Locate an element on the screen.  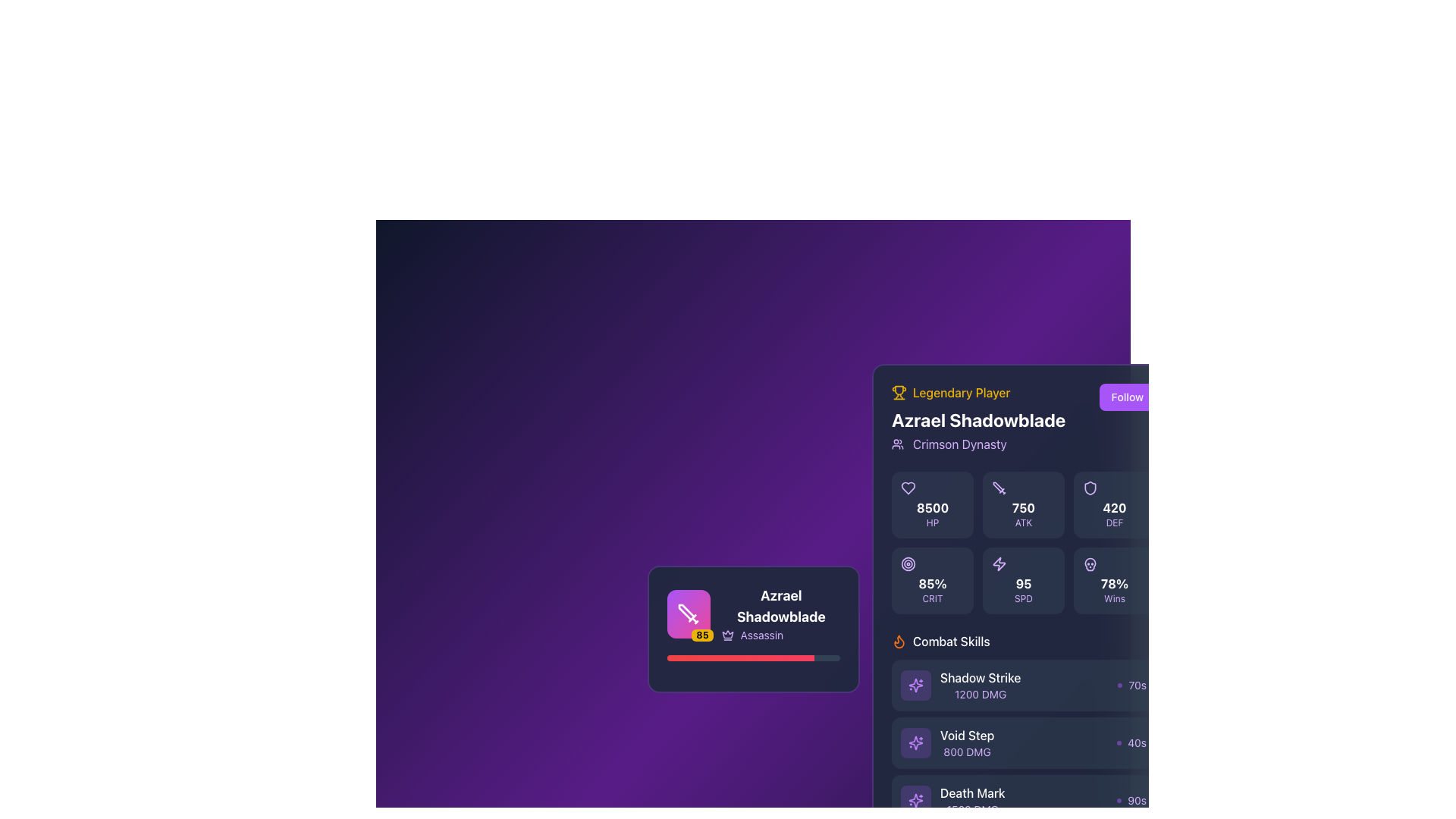
the 'Void Step' skill icon located next to the text 'Void Step' under the 'Combat Skills' section is located at coordinates (915, 742).